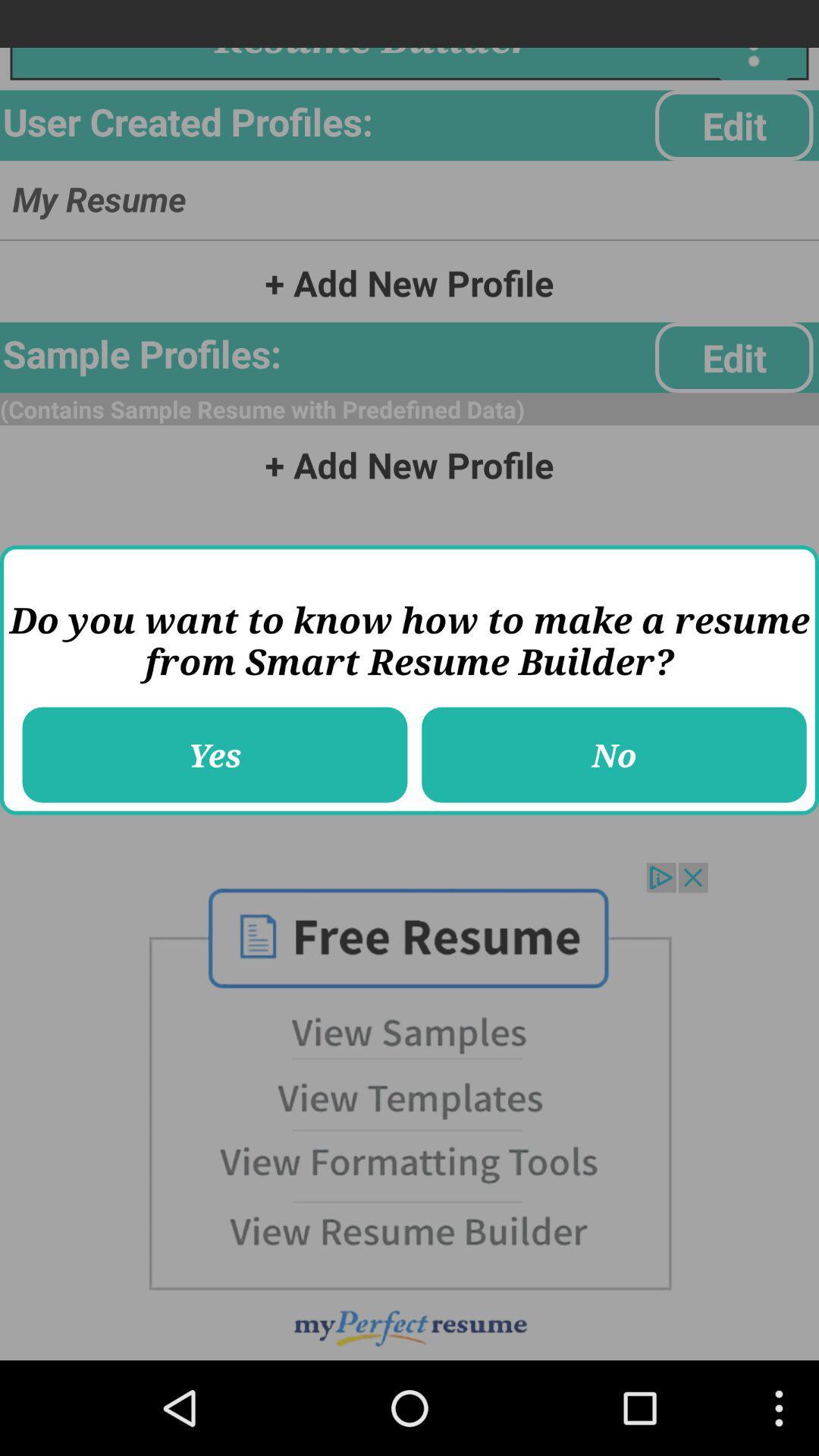  Describe the element at coordinates (614, 755) in the screenshot. I see `item to the right of yes button` at that location.